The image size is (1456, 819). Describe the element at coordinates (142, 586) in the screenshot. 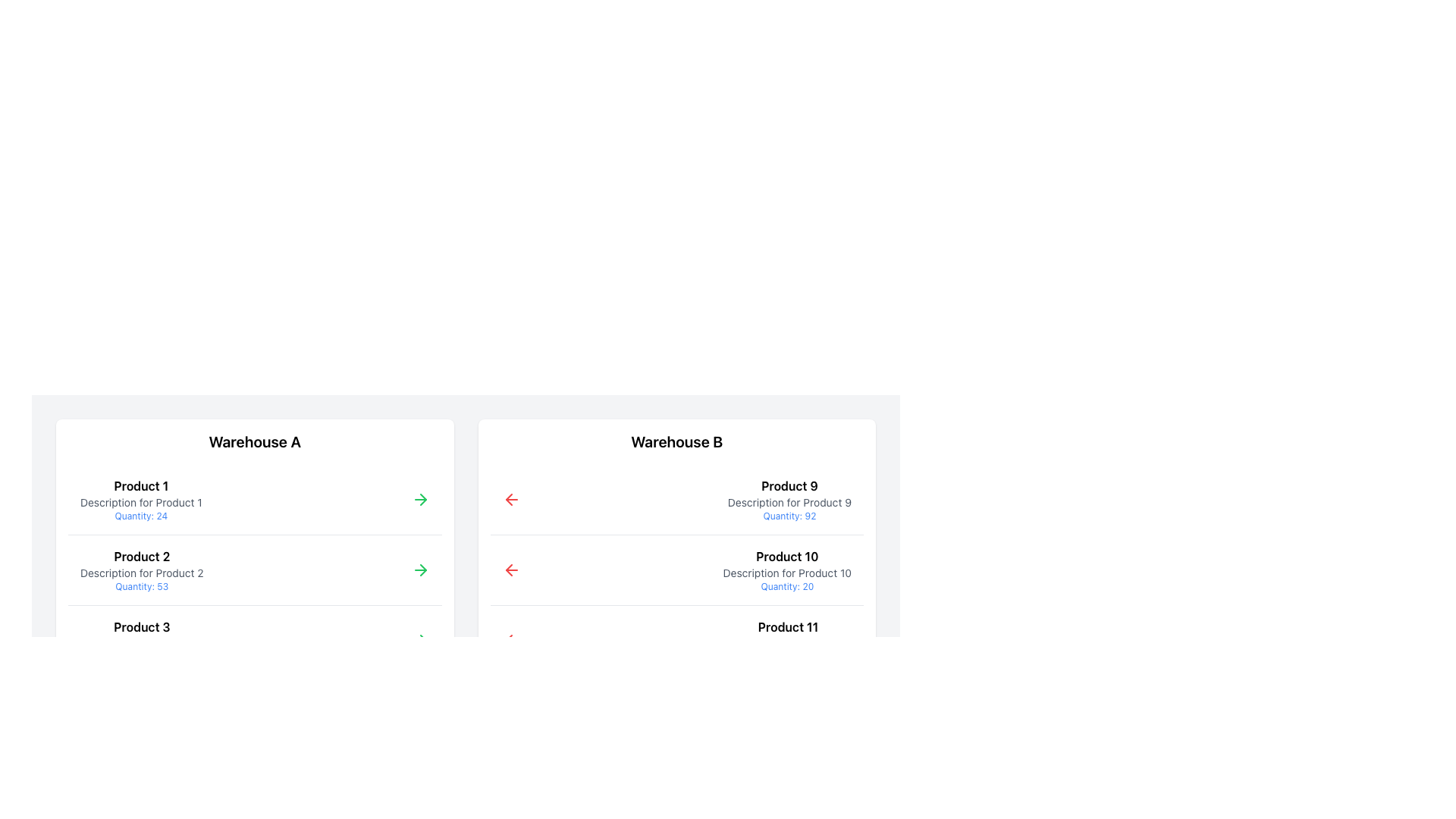

I see `the text label displaying 'Quantity: 53' in a small blue font, located below the description of 'Product 2' in the 'Warehouse A' section` at that location.